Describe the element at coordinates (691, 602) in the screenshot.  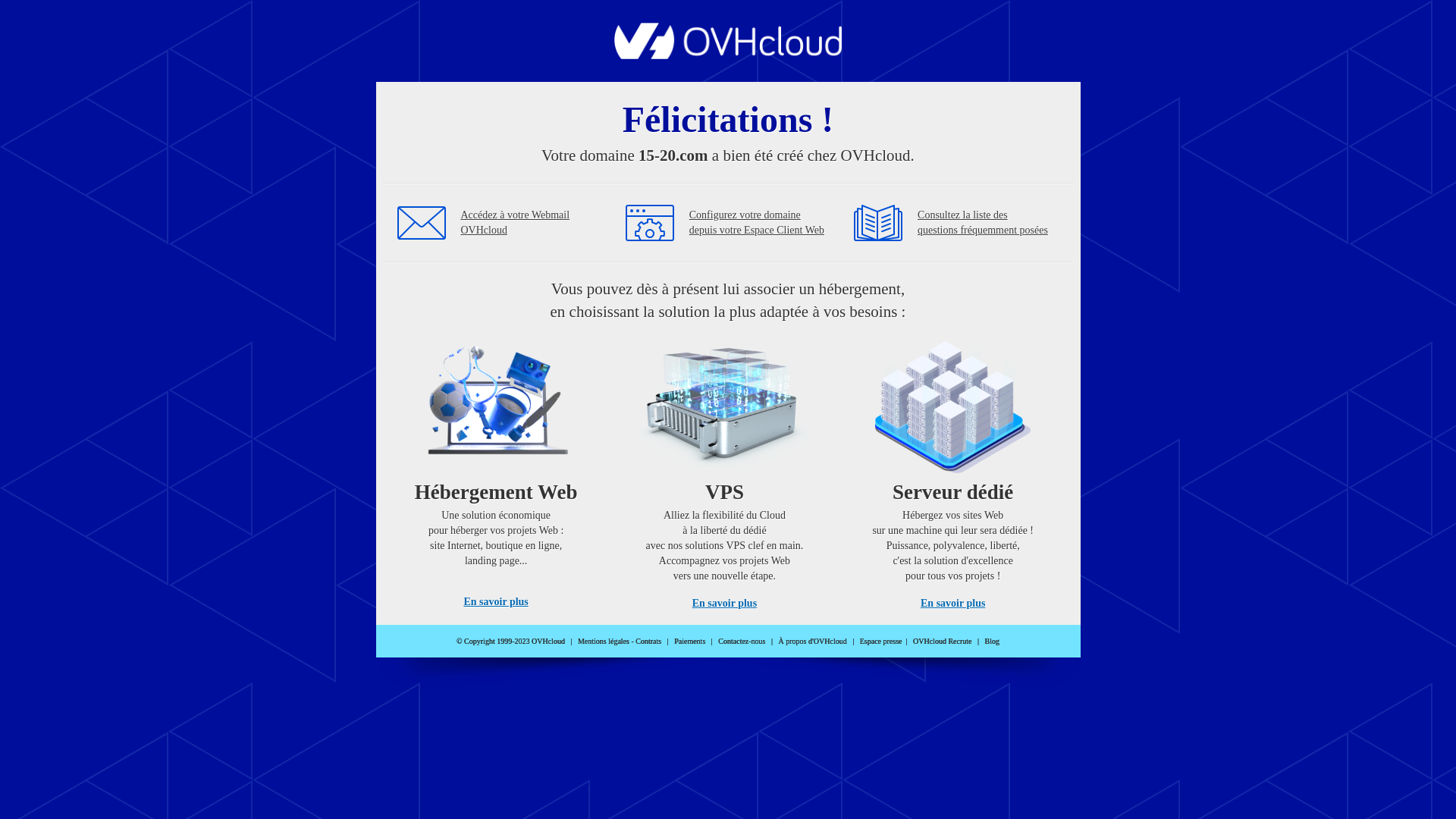
I see `'En savoir plus'` at that location.